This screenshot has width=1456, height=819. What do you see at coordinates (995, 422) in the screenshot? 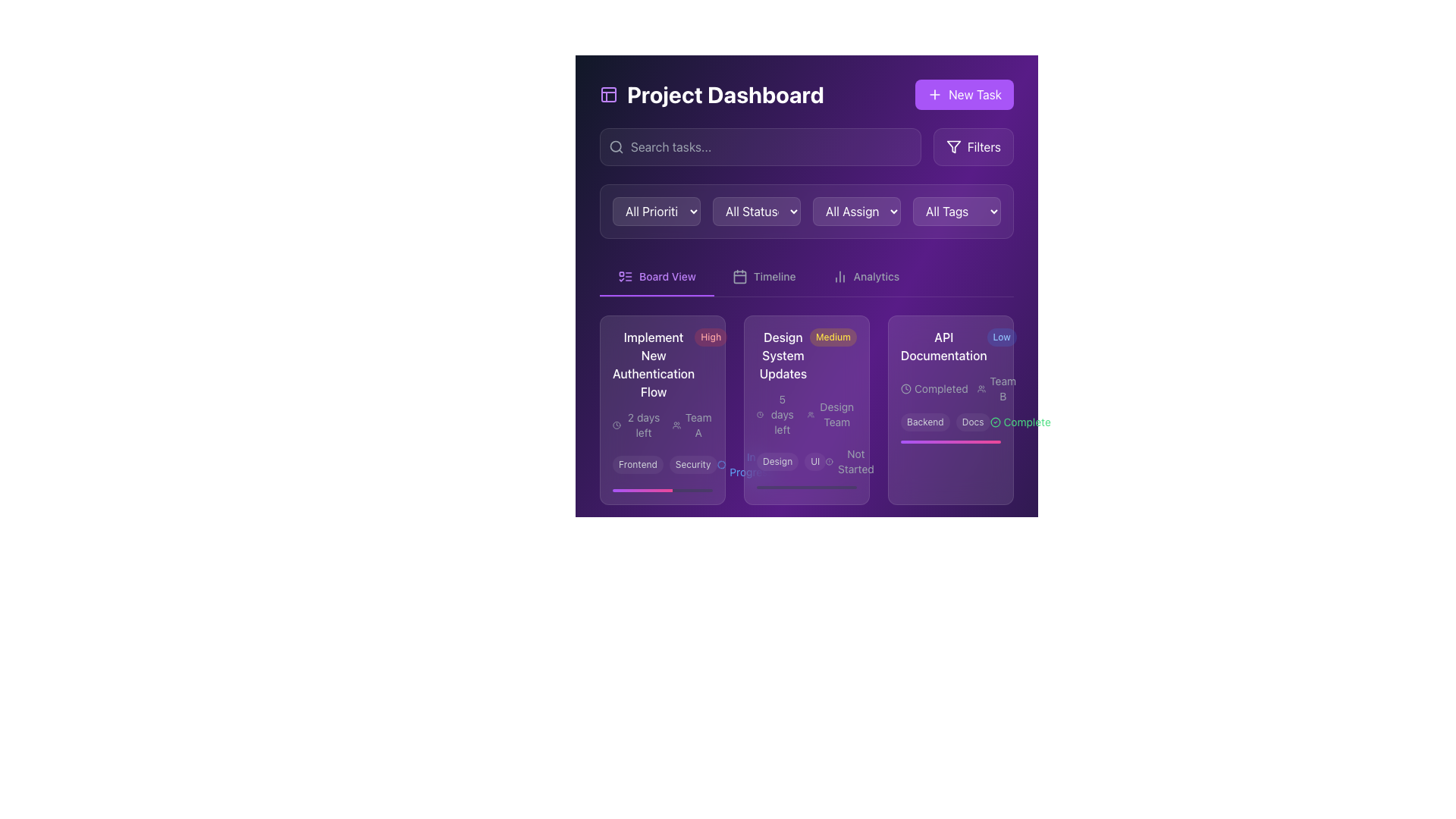
I see `the circular vector graphic within the 'circle-check' icon located on the rightmost side of the 'API Documentation' card for additional details` at bounding box center [995, 422].